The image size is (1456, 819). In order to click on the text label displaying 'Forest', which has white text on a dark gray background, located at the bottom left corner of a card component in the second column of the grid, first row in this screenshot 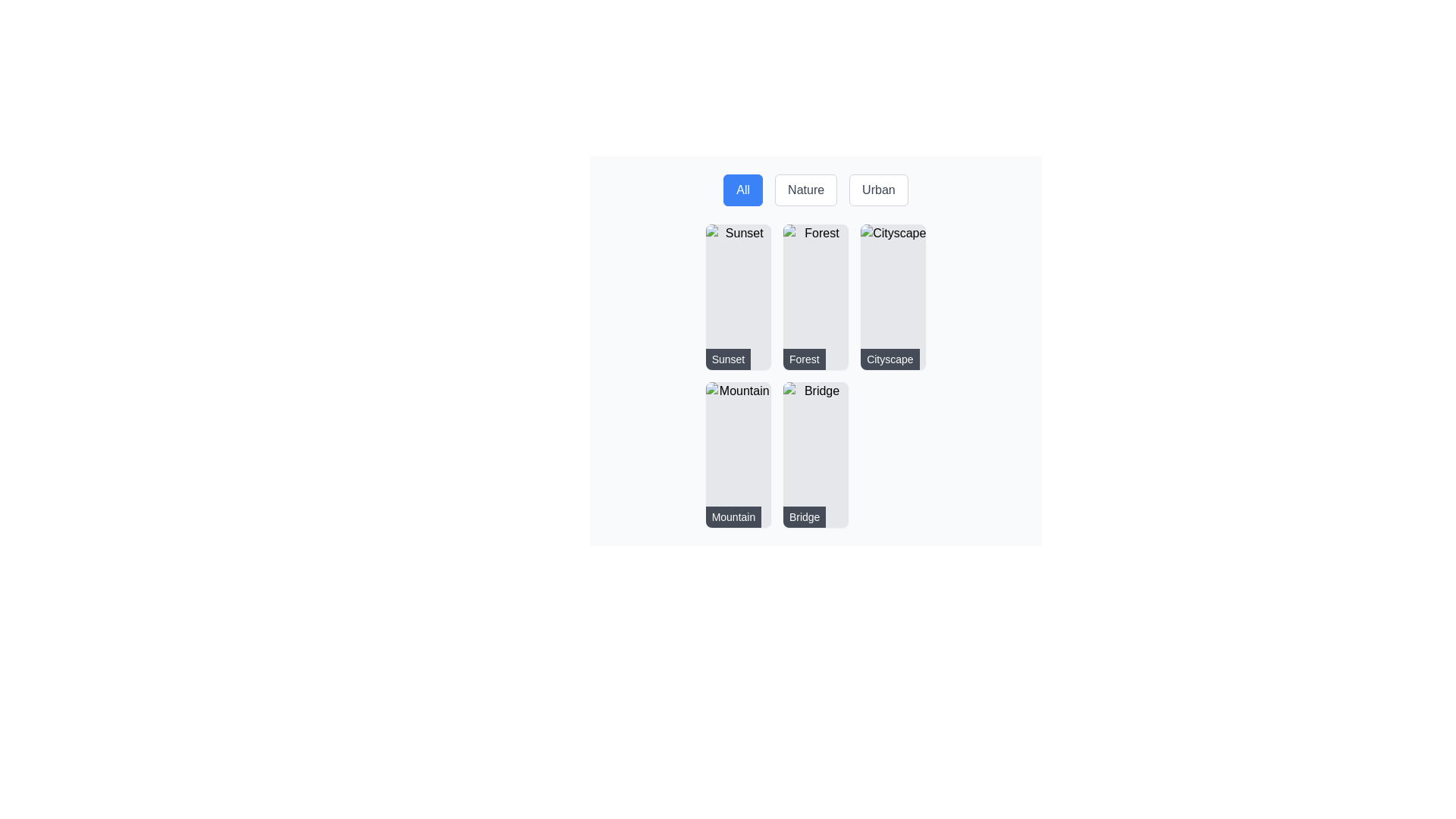, I will do `click(803, 359)`.